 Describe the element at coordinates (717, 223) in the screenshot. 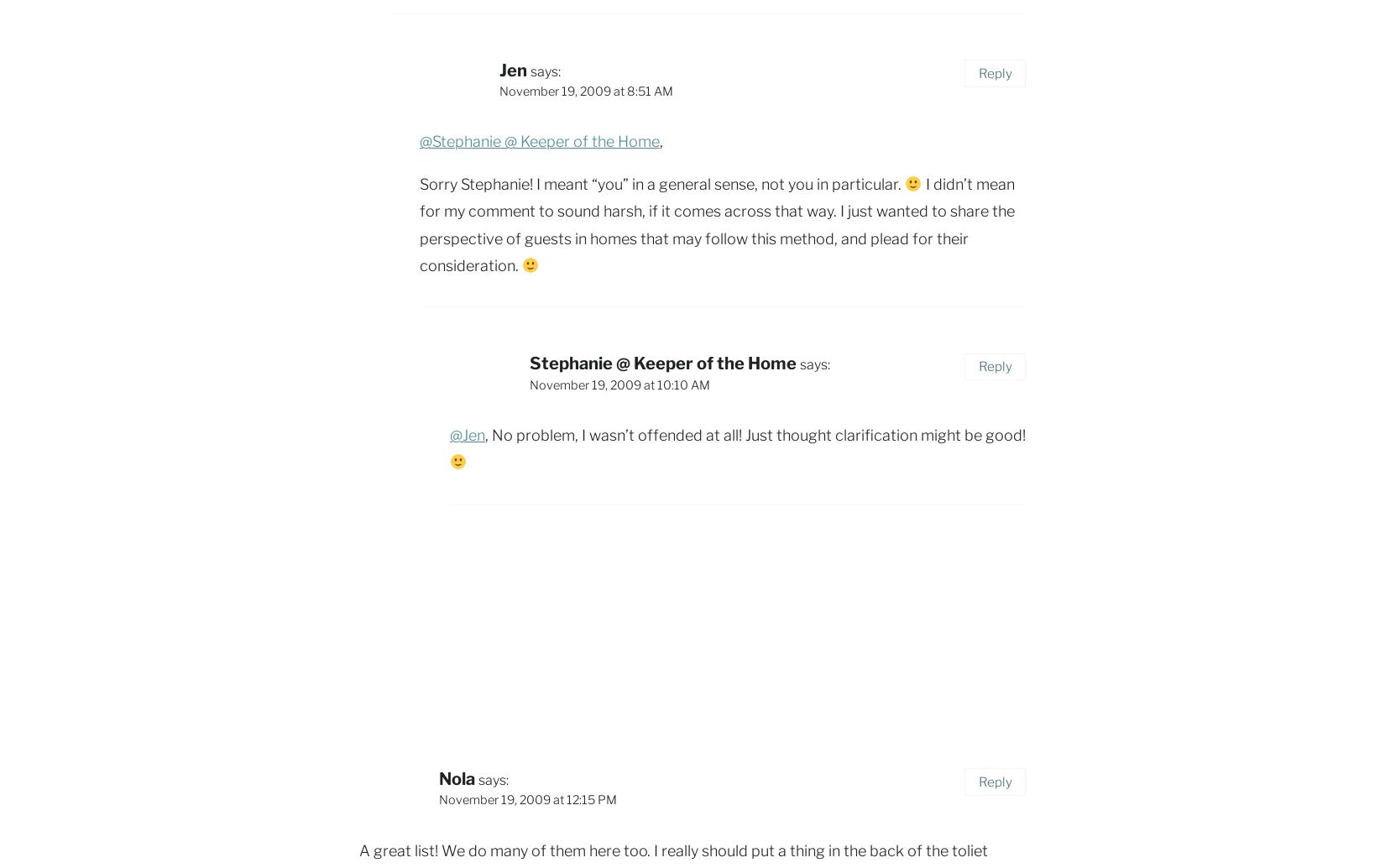

I see `'I didn’t mean for my comment to sound harsh, if it comes across that way.  I just wanted to share the perspective of guests in homes that may follow this method, and plead for their consideration.'` at that location.